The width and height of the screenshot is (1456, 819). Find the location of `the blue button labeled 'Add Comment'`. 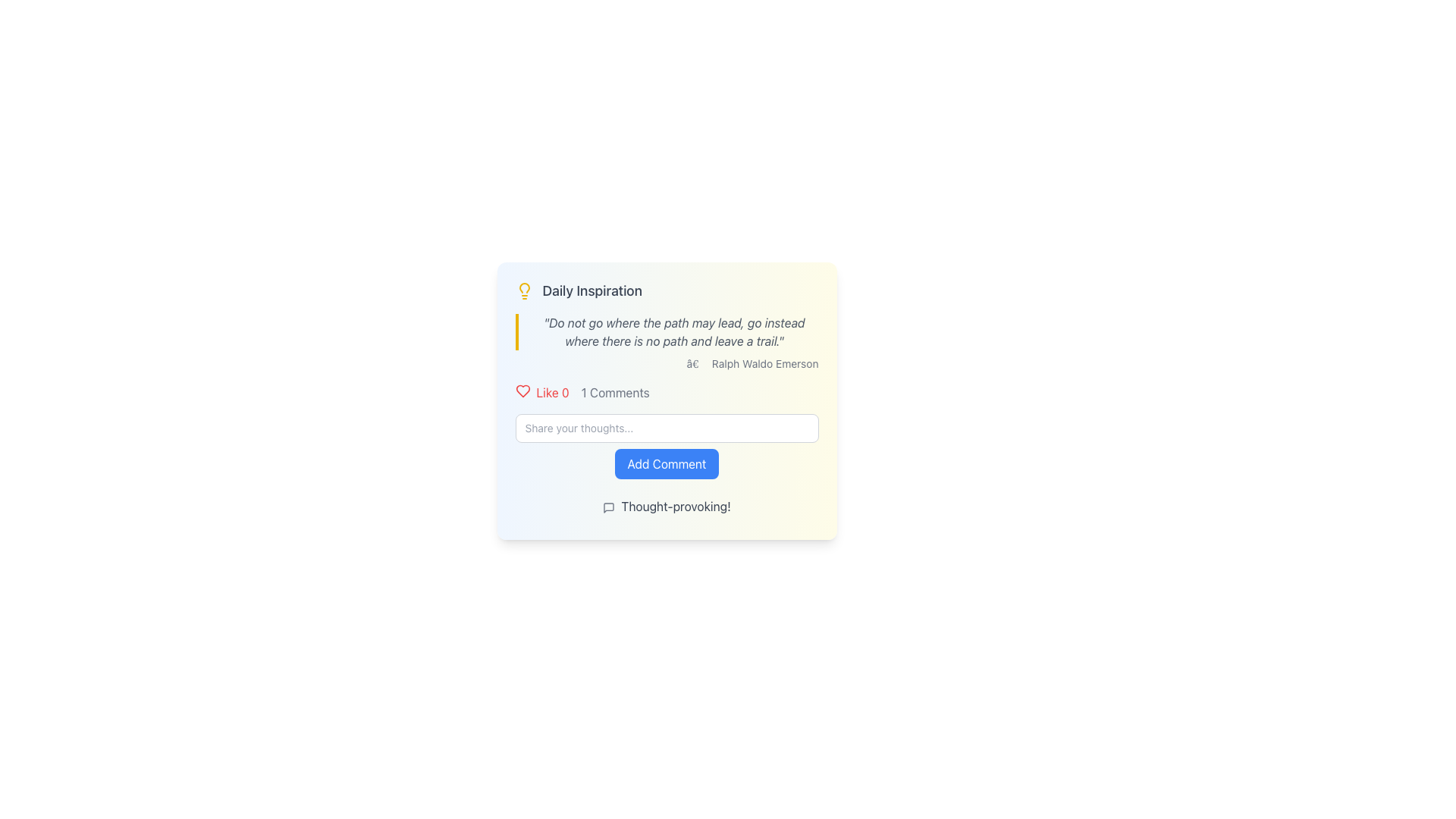

the blue button labeled 'Add Comment' is located at coordinates (667, 446).